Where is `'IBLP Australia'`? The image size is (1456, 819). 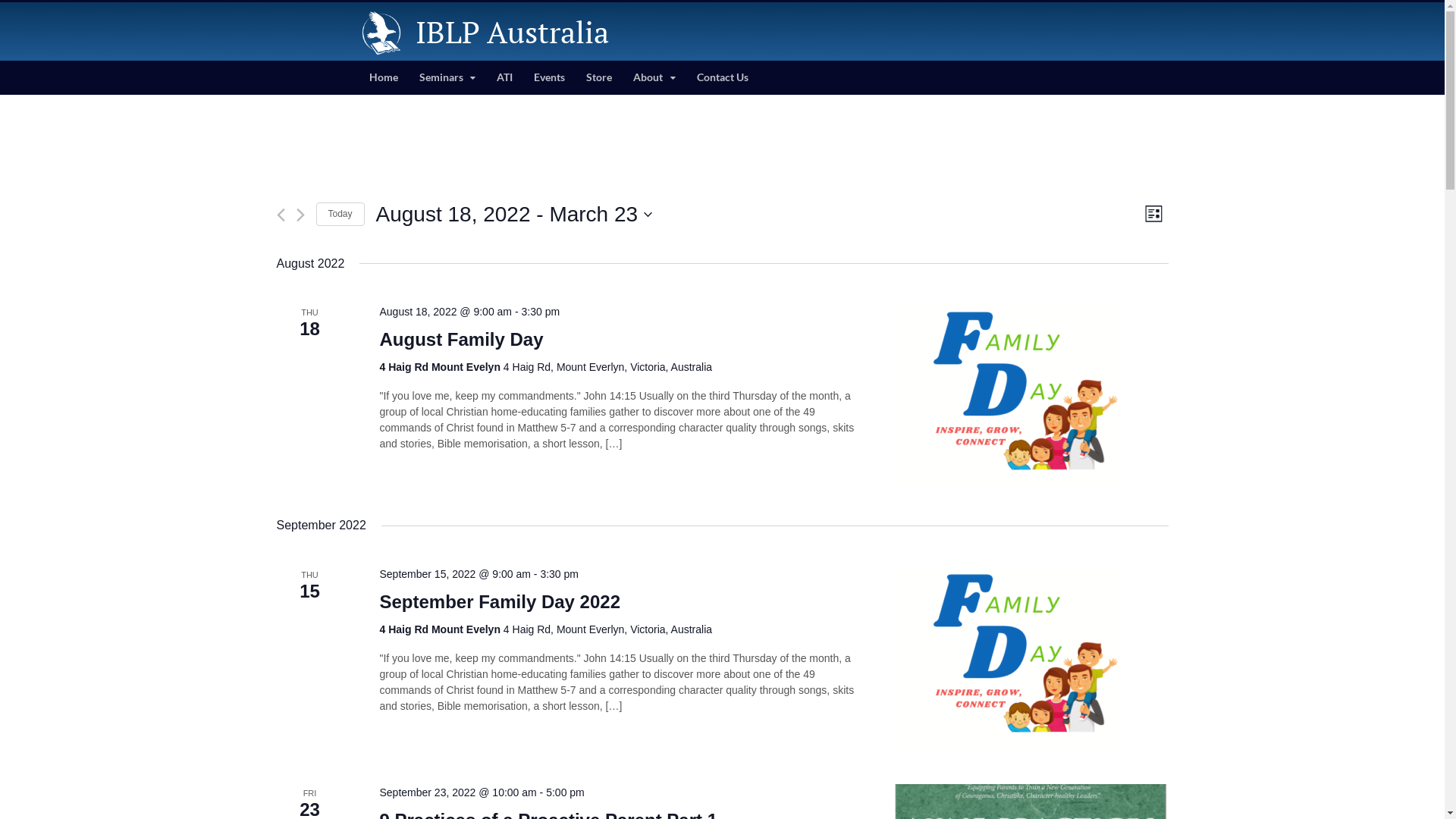 'IBLP Australia' is located at coordinates (512, 31).